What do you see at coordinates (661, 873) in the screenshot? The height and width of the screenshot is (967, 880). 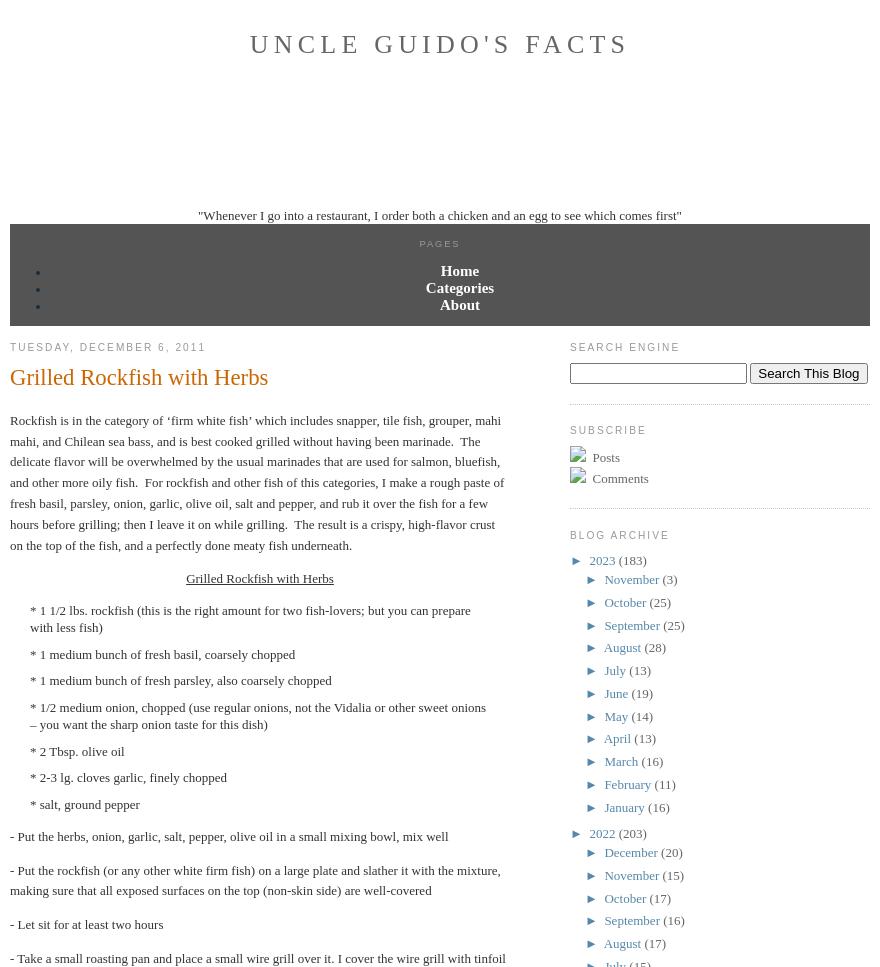 I see `'(15)'` at bounding box center [661, 873].